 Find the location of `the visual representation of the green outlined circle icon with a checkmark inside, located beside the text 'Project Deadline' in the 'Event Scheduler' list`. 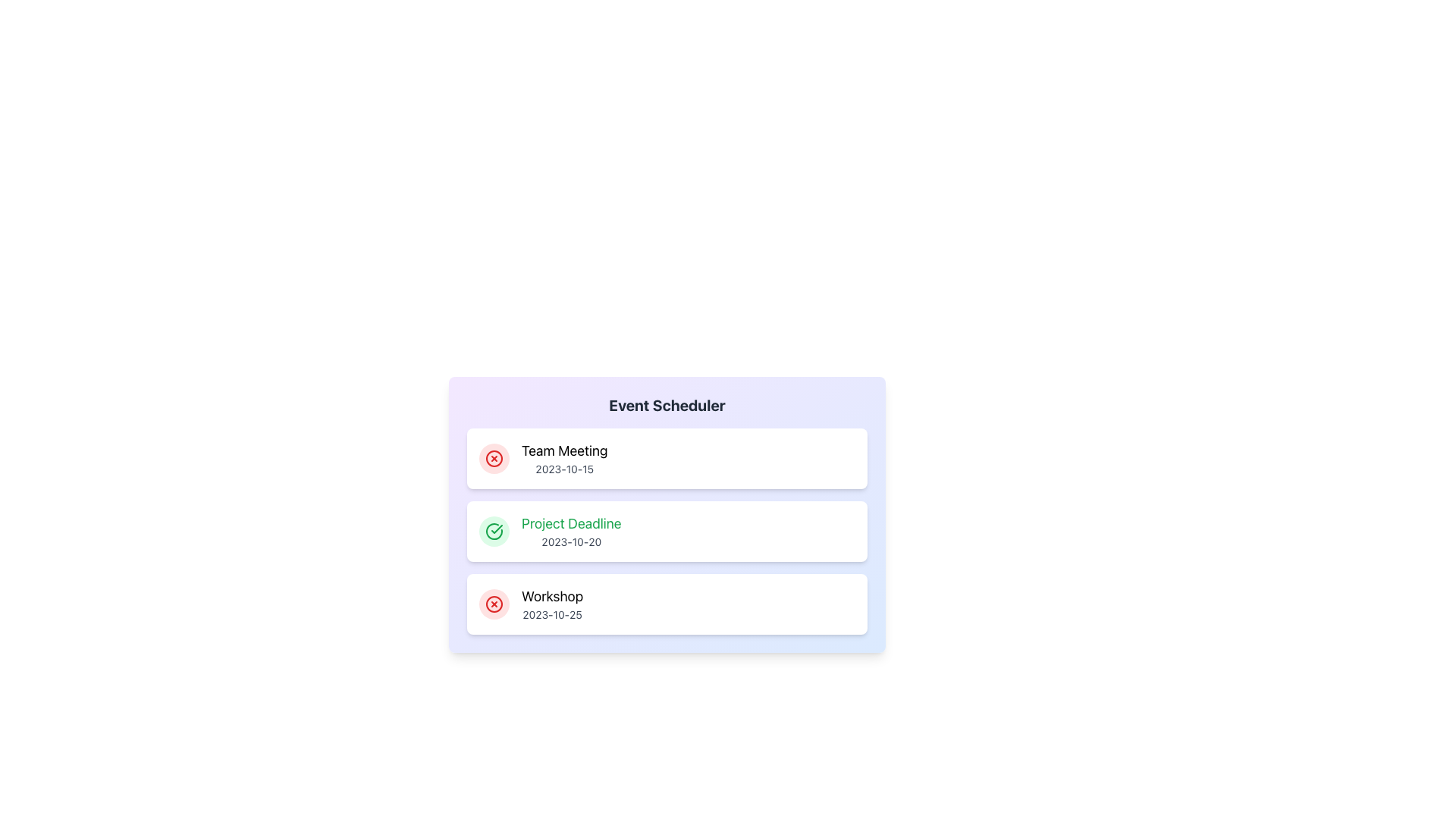

the visual representation of the green outlined circle icon with a checkmark inside, located beside the text 'Project Deadline' in the 'Event Scheduler' list is located at coordinates (494, 531).